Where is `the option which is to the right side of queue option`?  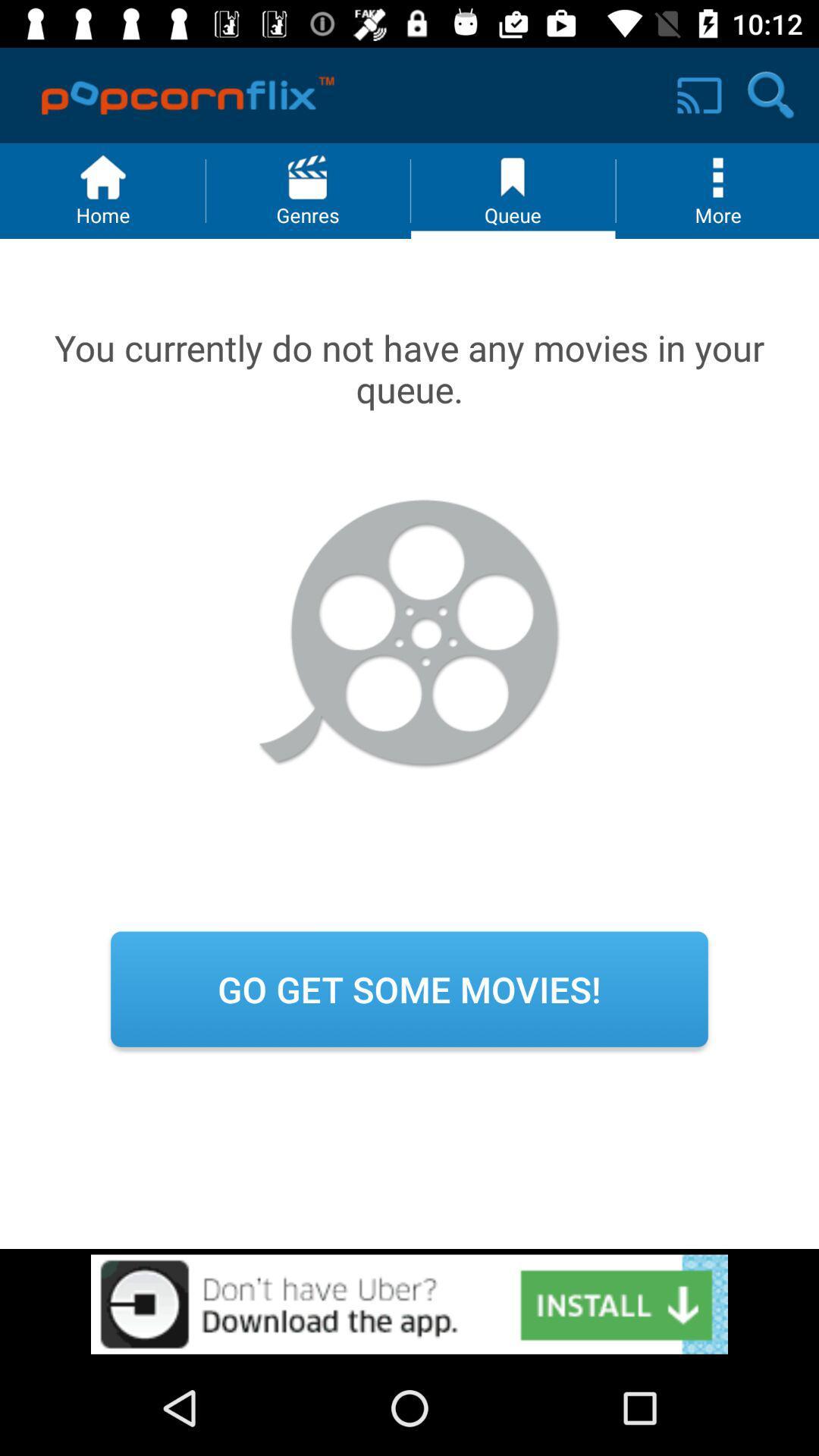
the option which is to the right side of queue option is located at coordinates (717, 190).